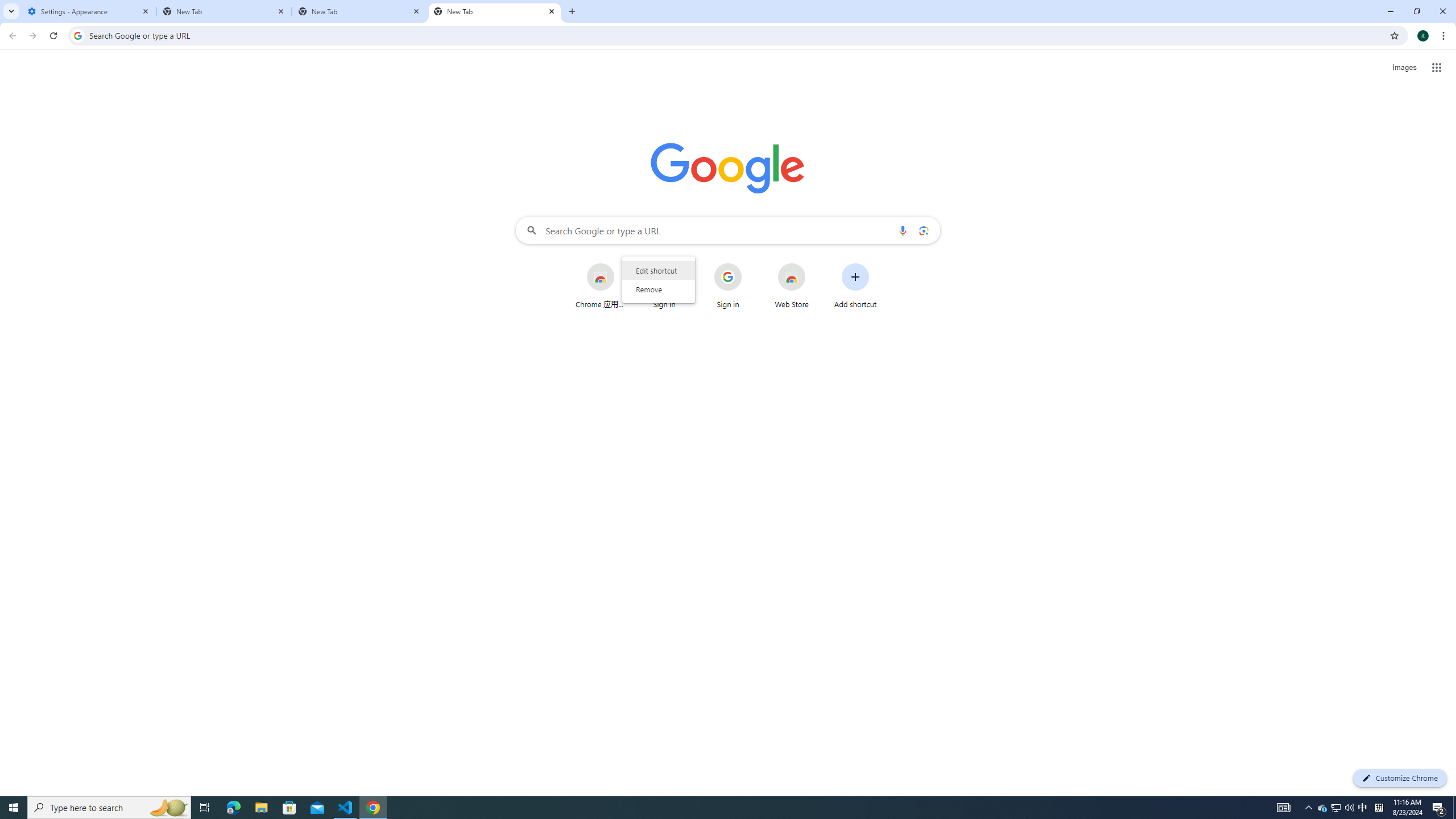 The image size is (1456, 819). What do you see at coordinates (494, 11) in the screenshot?
I see `'New Tab'` at bounding box center [494, 11].